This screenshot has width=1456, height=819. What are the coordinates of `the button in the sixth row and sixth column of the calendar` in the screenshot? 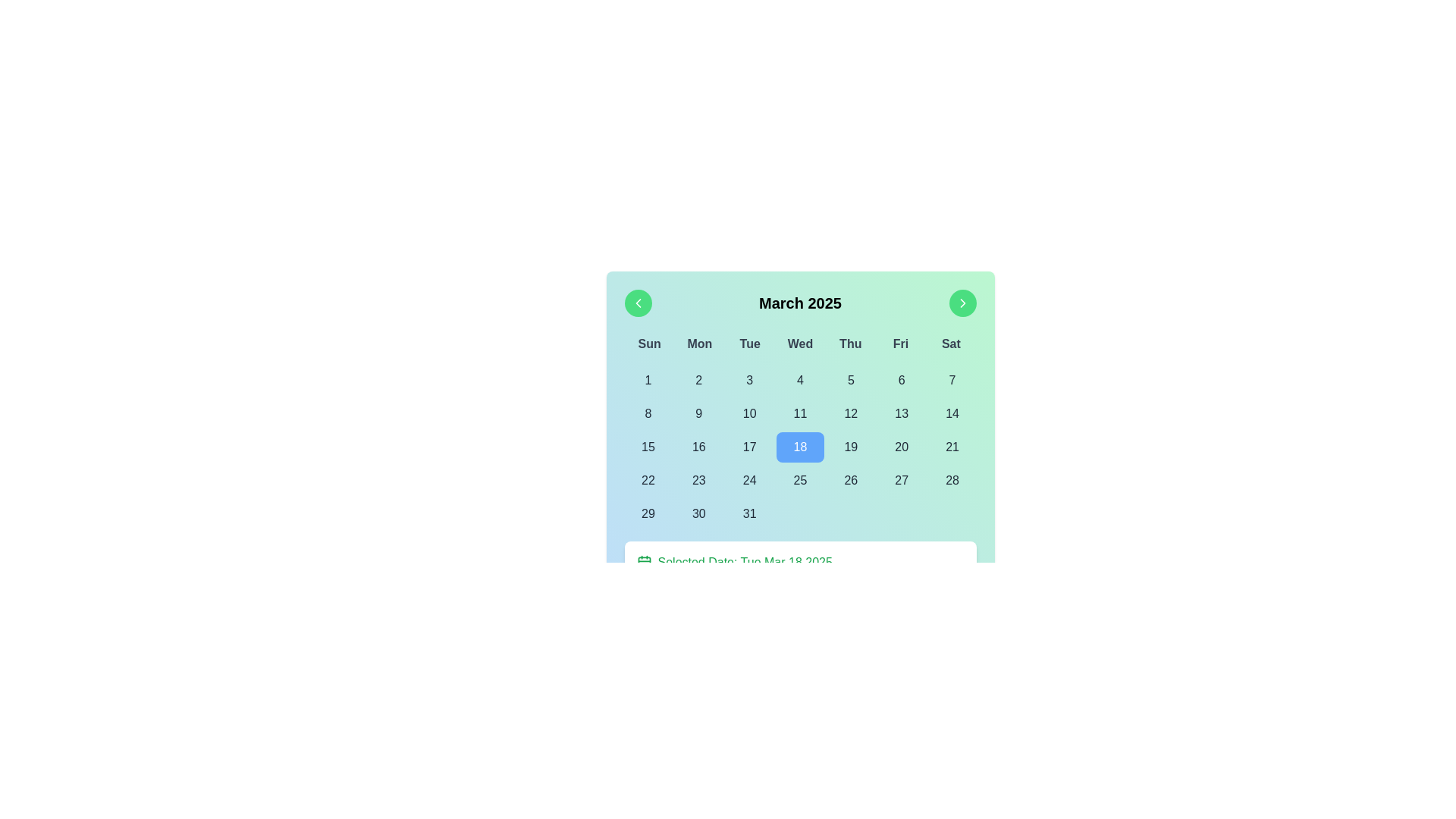 It's located at (902, 480).